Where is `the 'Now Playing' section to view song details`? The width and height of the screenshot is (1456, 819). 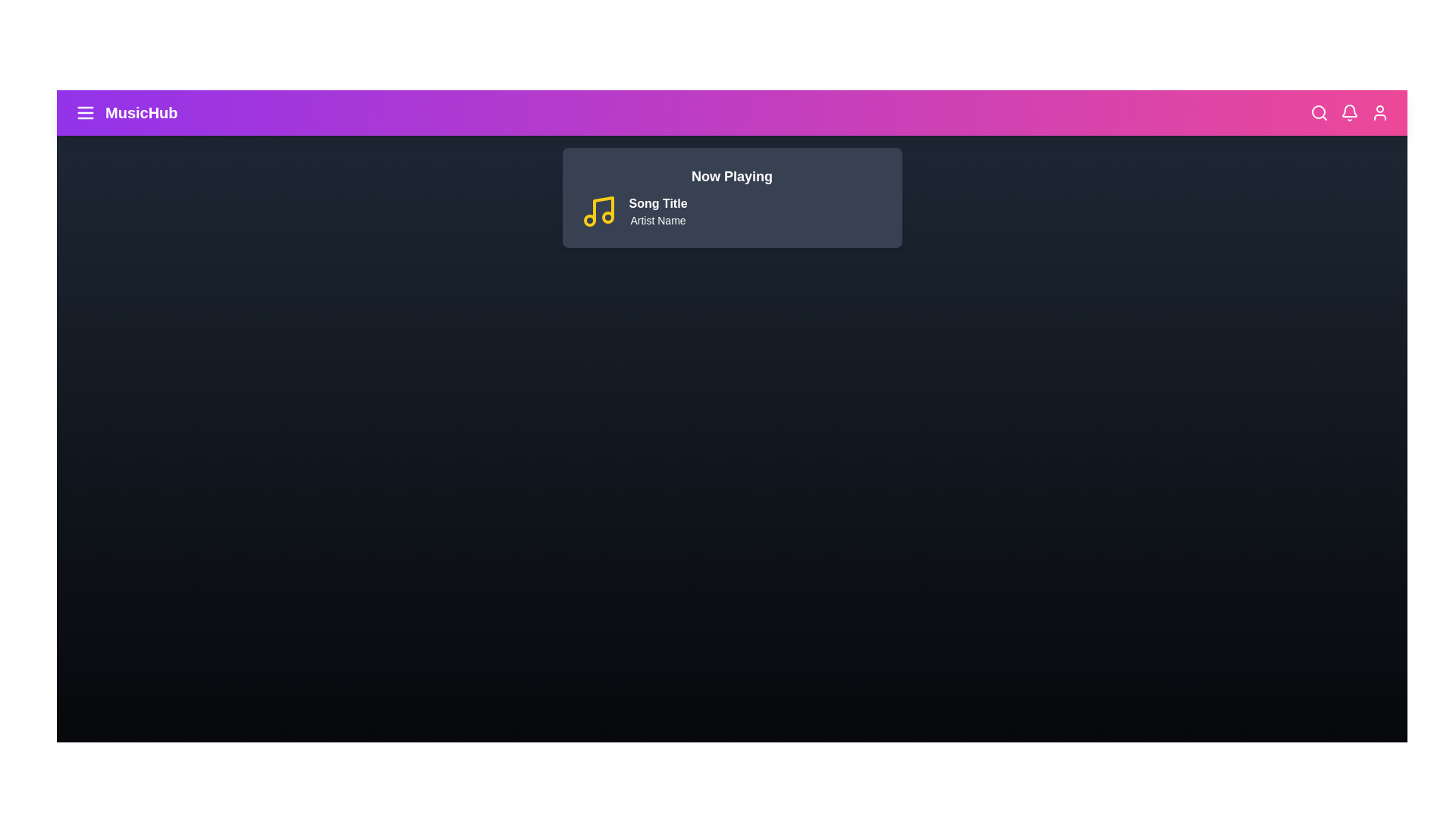 the 'Now Playing' section to view song details is located at coordinates (732, 197).